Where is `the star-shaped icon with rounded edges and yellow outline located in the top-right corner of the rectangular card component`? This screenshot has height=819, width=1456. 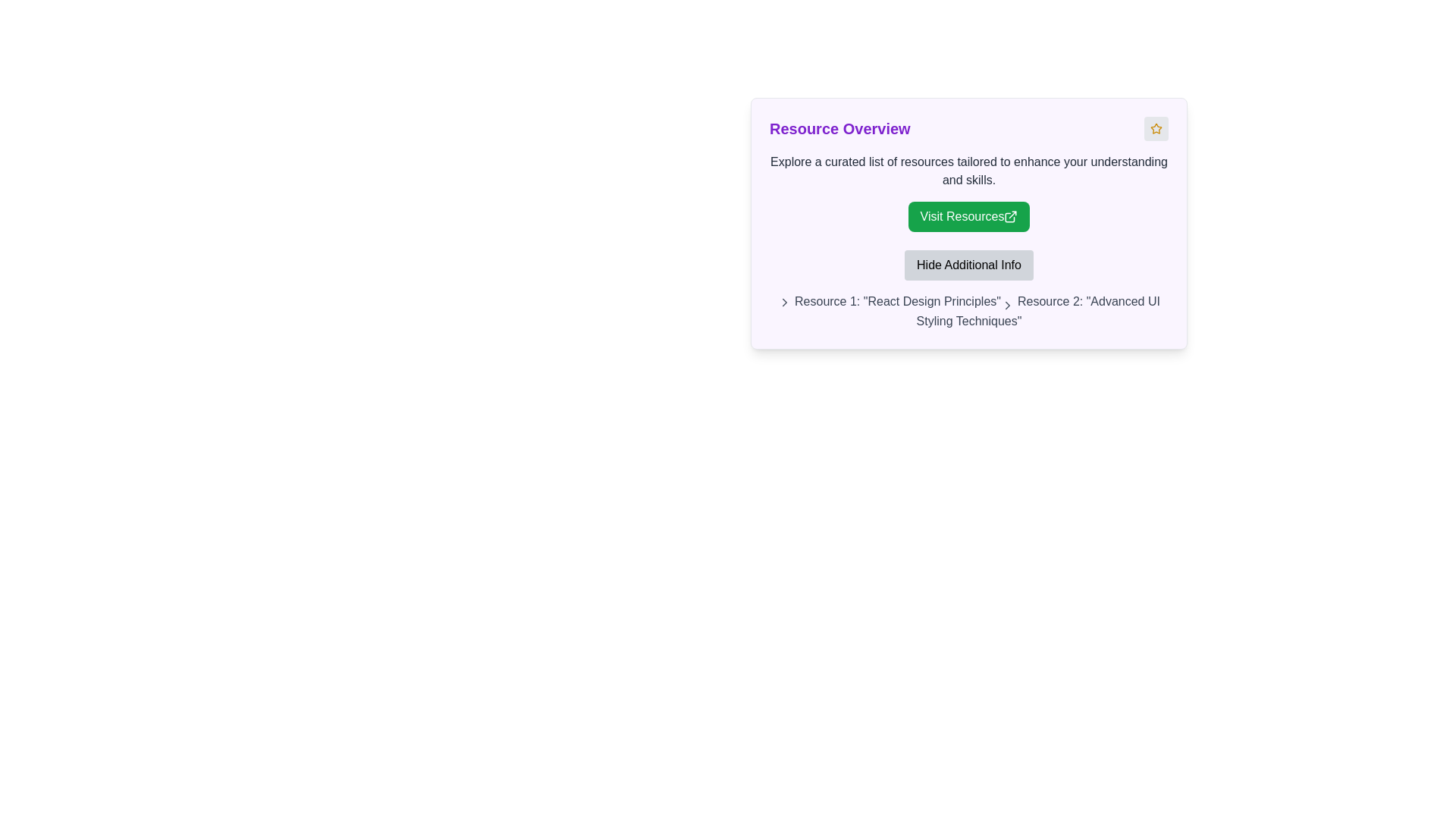 the star-shaped icon with rounded edges and yellow outline located in the top-right corner of the rectangular card component is located at coordinates (1156, 127).